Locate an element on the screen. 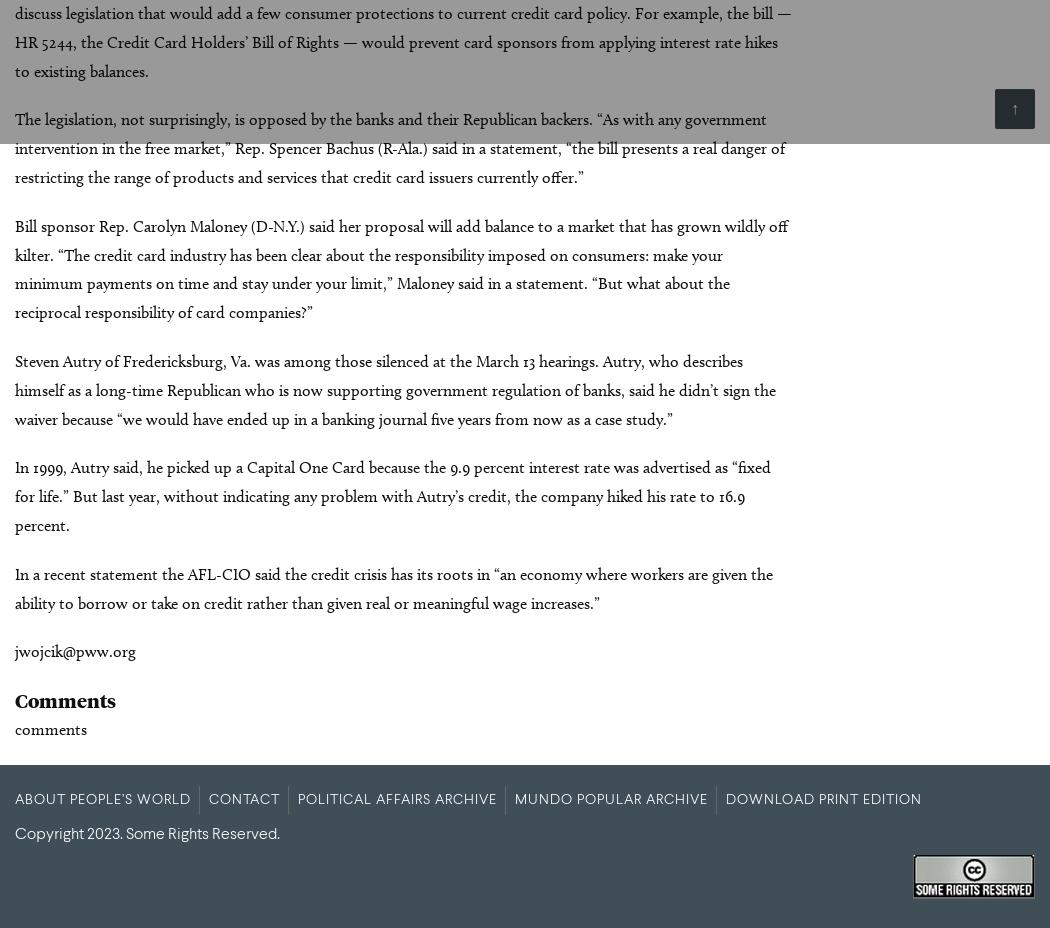 This screenshot has height=928, width=1050. 'Political Affairs Archive' is located at coordinates (397, 798).